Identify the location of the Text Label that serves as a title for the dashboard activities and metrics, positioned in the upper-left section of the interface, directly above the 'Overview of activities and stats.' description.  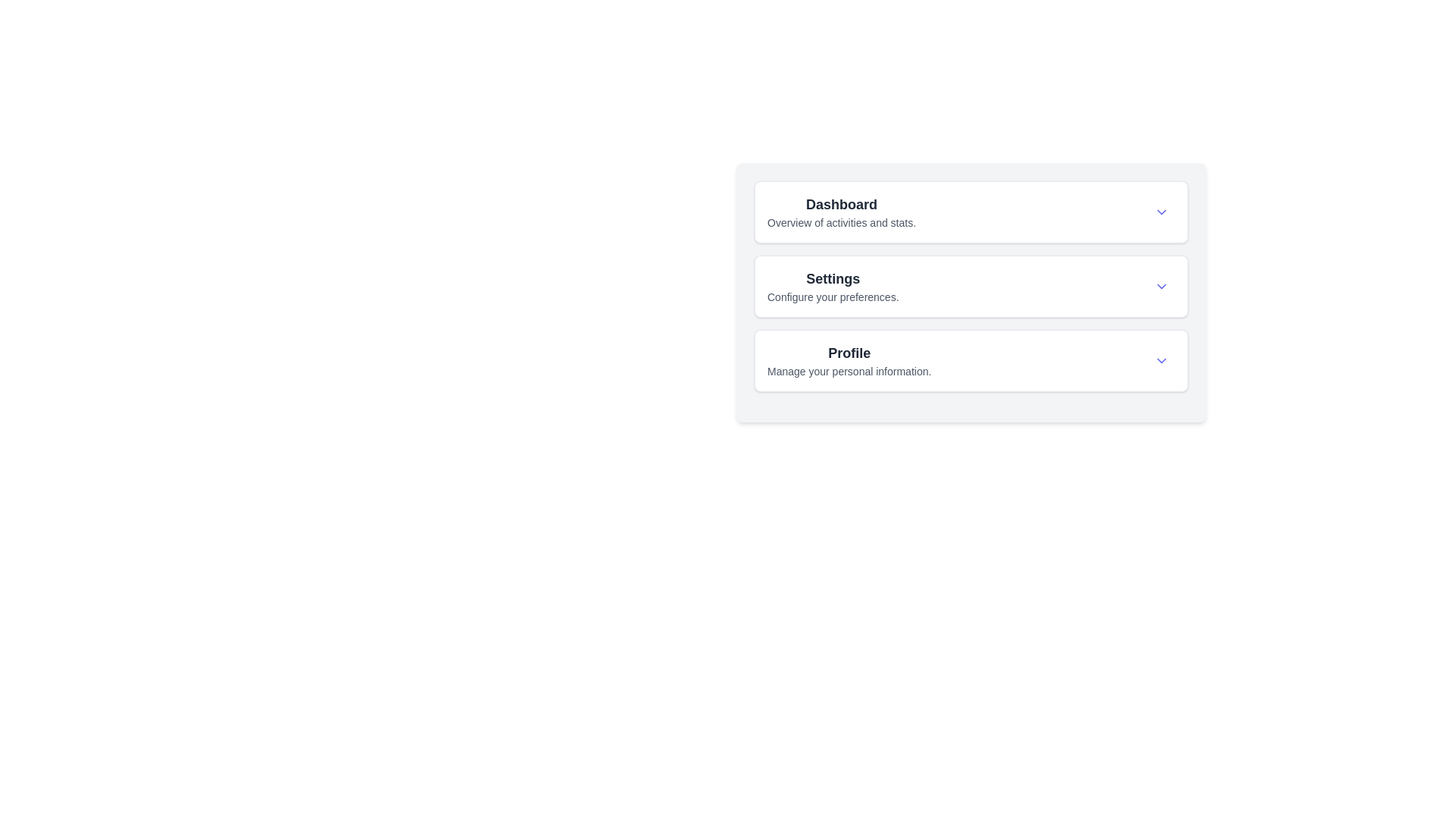
(840, 205).